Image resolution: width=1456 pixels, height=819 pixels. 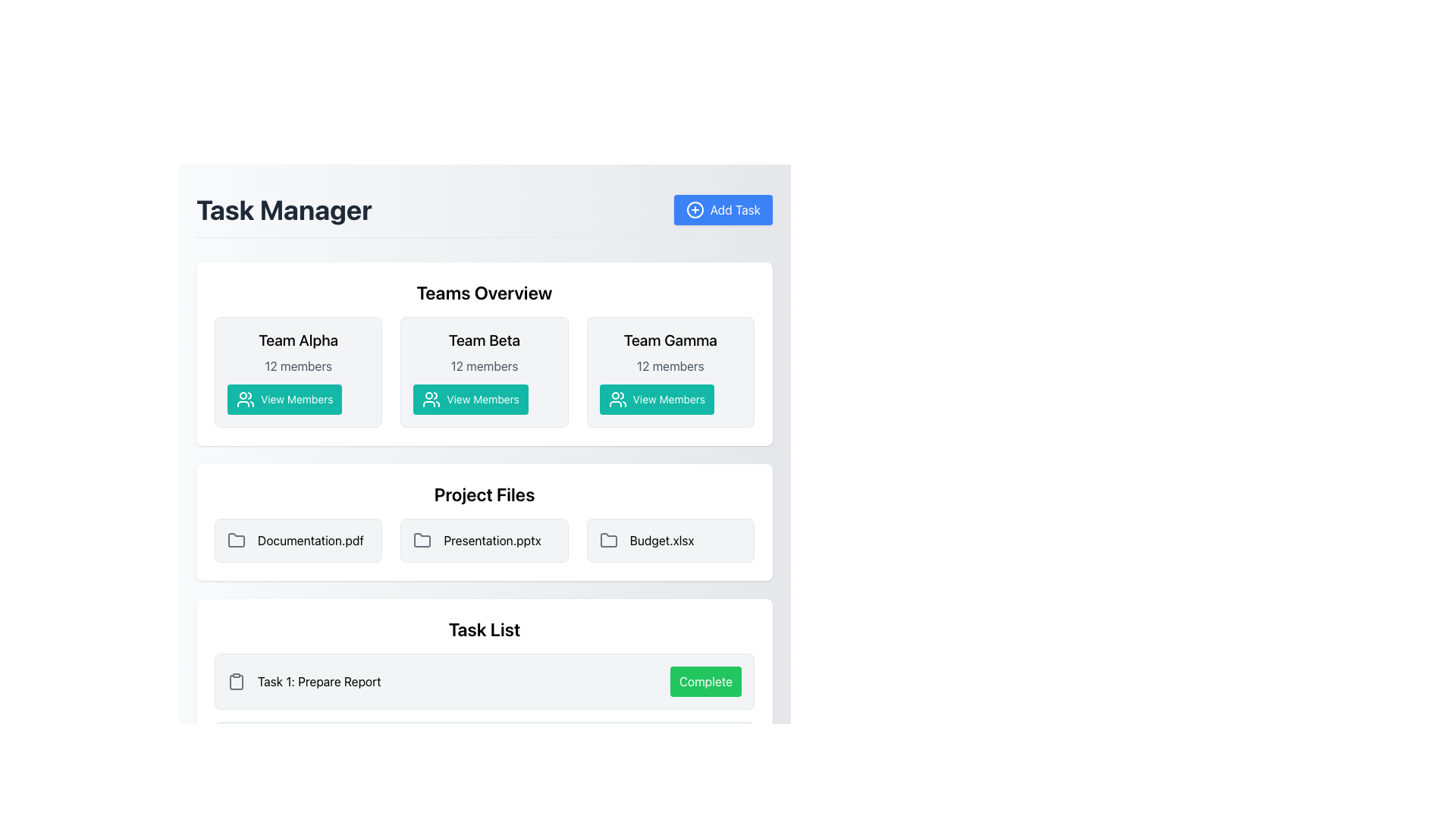 What do you see at coordinates (492, 540) in the screenshot?
I see `the static text element displaying 'Presentation.pptx', which is centrally aligned within a card-like UI component in the 'Project Files' section` at bounding box center [492, 540].